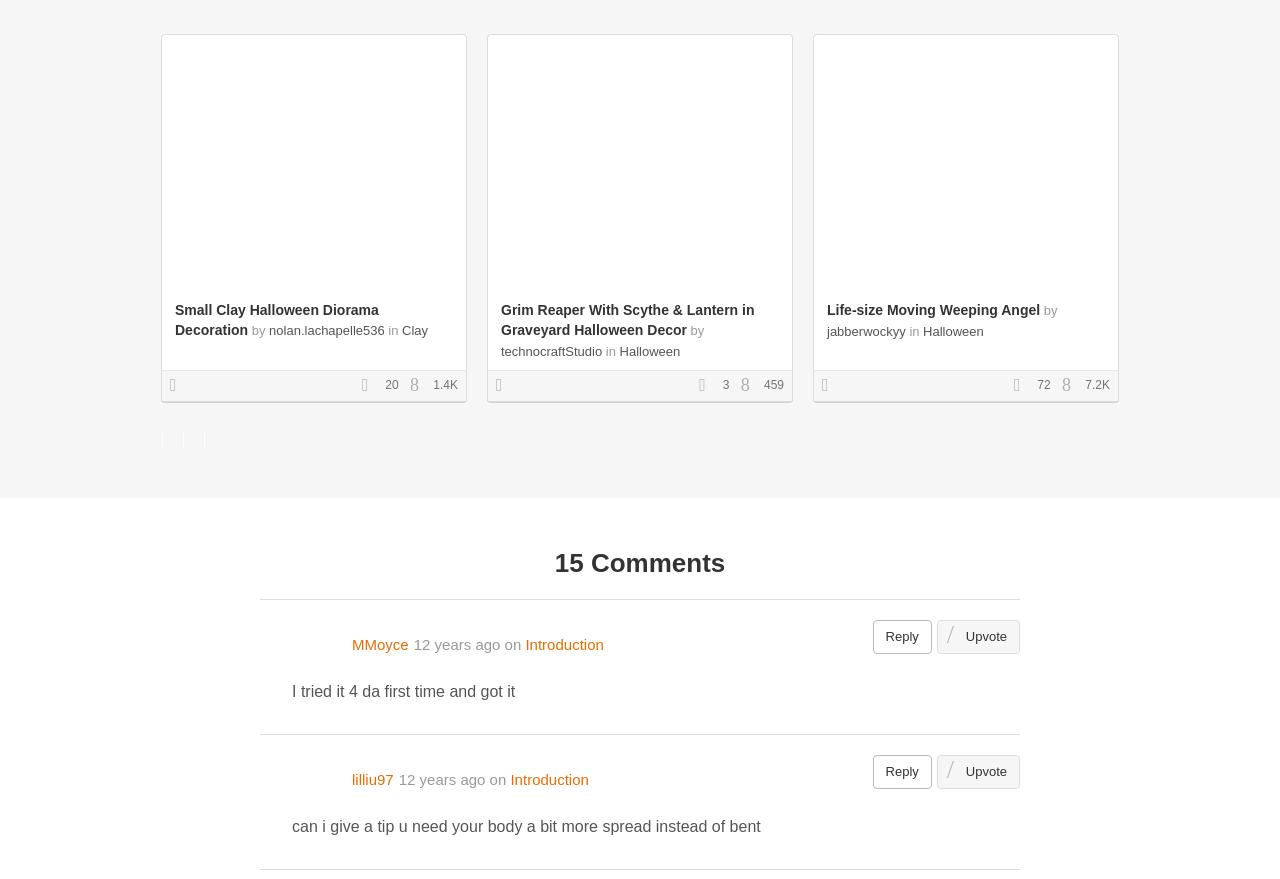 The width and height of the screenshot is (1280, 879). Describe the element at coordinates (827, 310) in the screenshot. I see `'Life-size Moving Weeping Angel'` at that location.